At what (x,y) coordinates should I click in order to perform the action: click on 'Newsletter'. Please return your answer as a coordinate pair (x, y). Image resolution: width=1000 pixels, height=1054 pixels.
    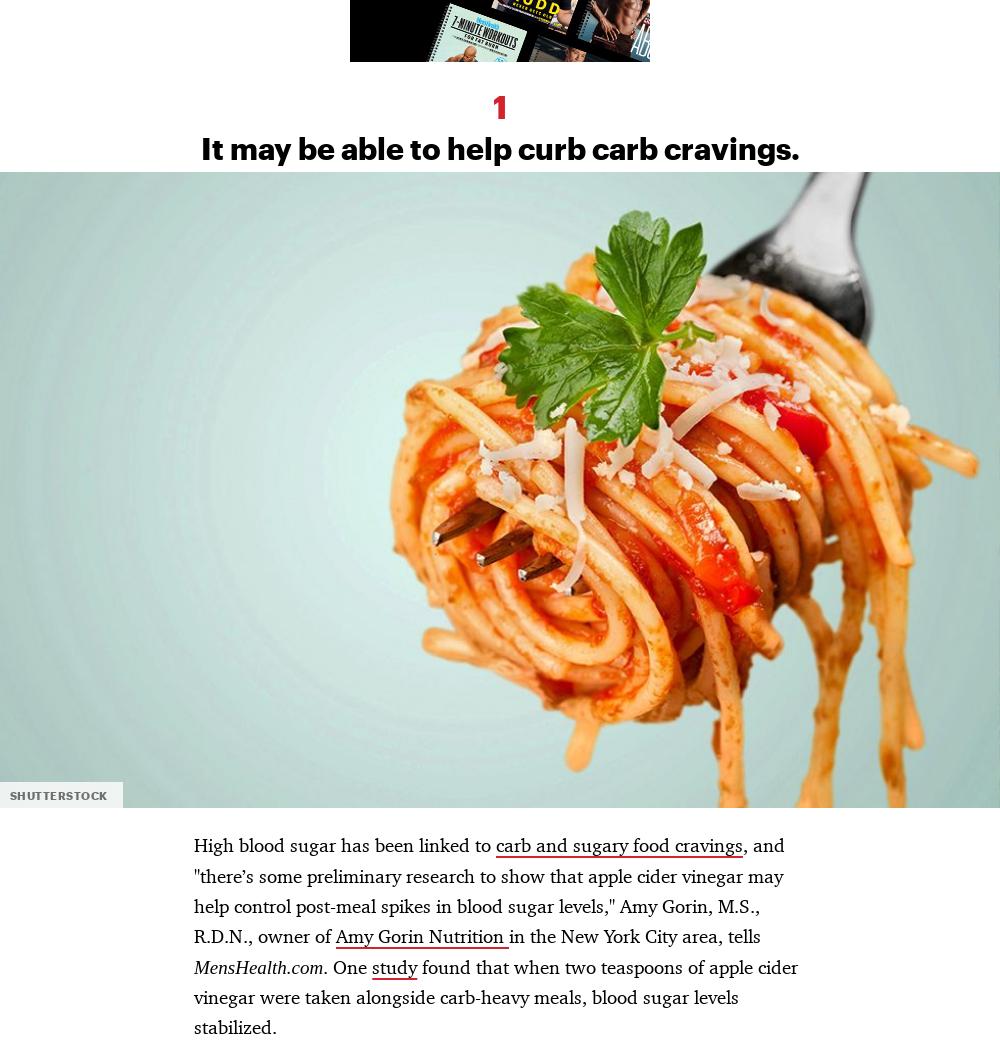
    Looking at the image, I should click on (307, 145).